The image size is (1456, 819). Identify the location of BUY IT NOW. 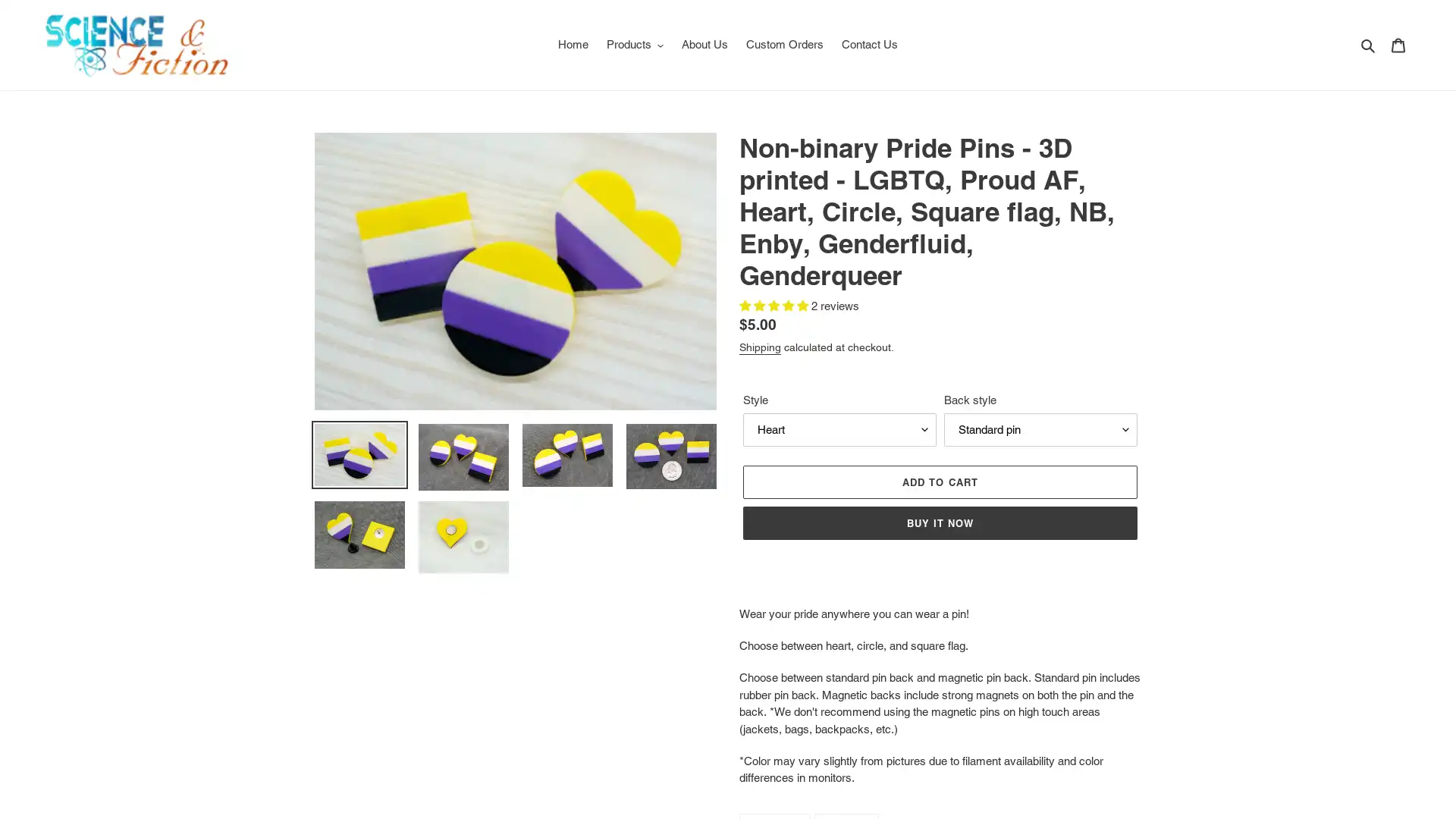
(939, 522).